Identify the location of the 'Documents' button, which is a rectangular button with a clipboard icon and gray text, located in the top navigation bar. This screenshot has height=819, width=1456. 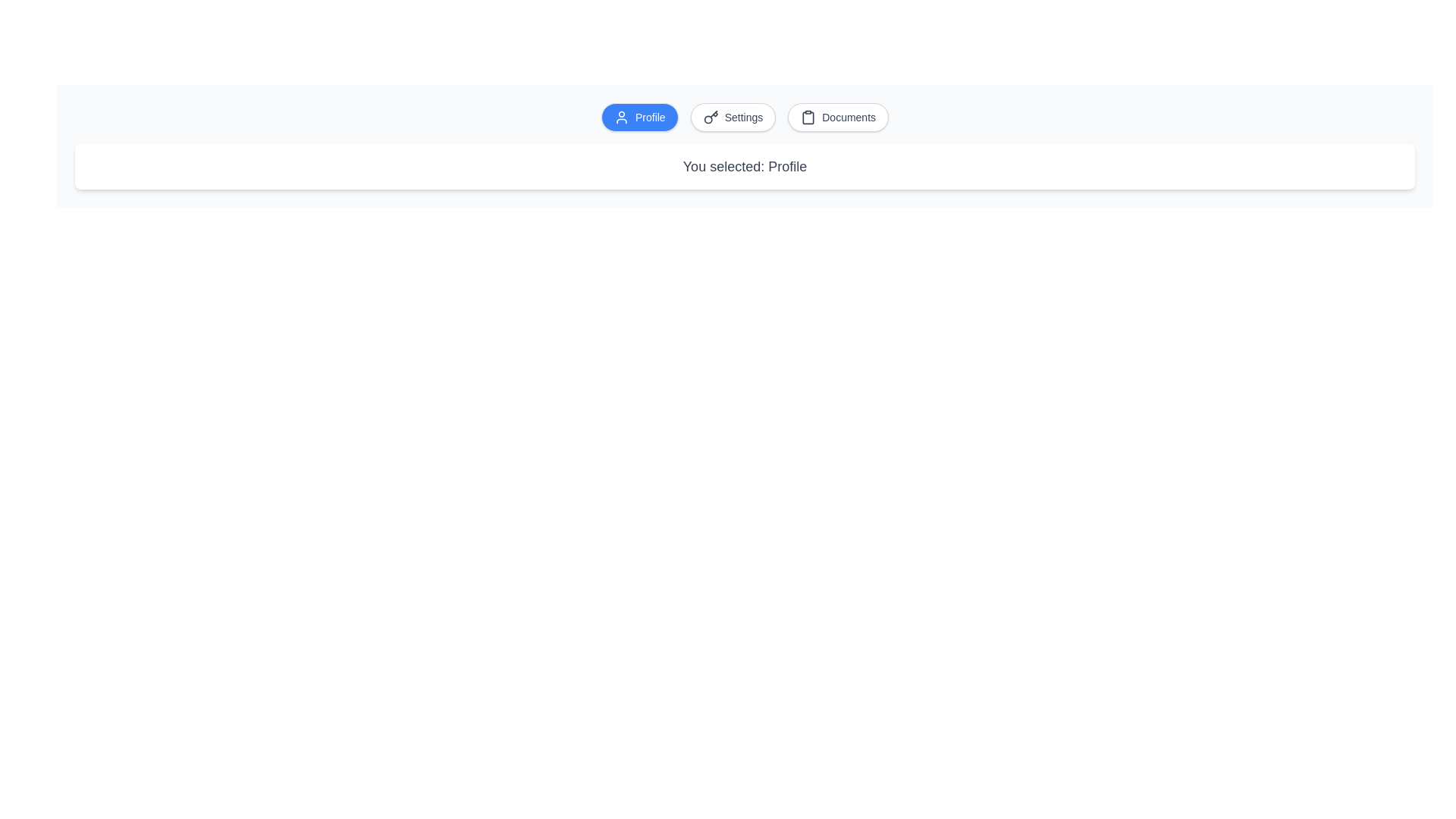
(837, 116).